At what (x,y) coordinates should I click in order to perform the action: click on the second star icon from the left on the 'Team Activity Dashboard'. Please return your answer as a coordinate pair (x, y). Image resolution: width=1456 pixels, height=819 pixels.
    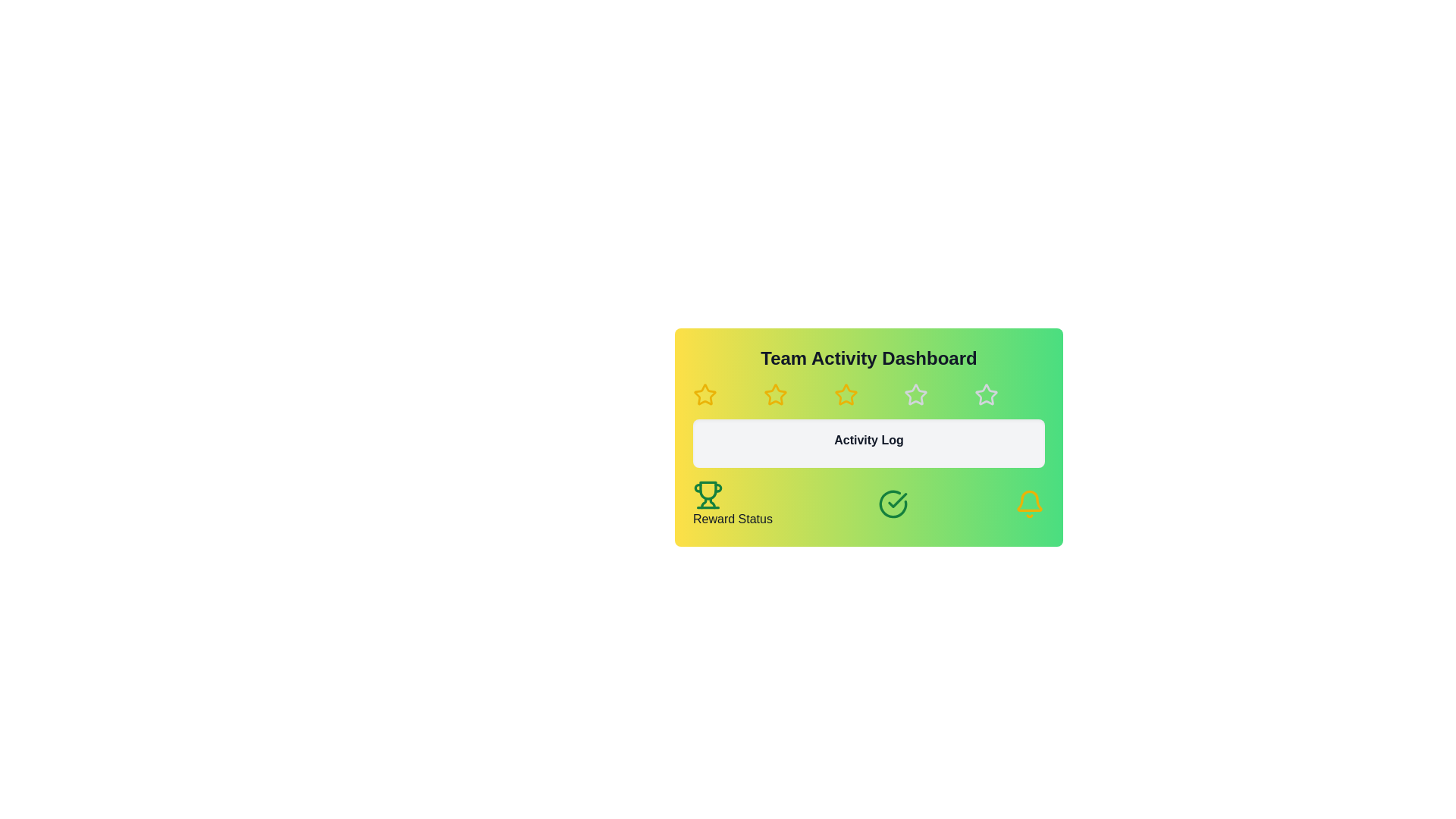
    Looking at the image, I should click on (775, 394).